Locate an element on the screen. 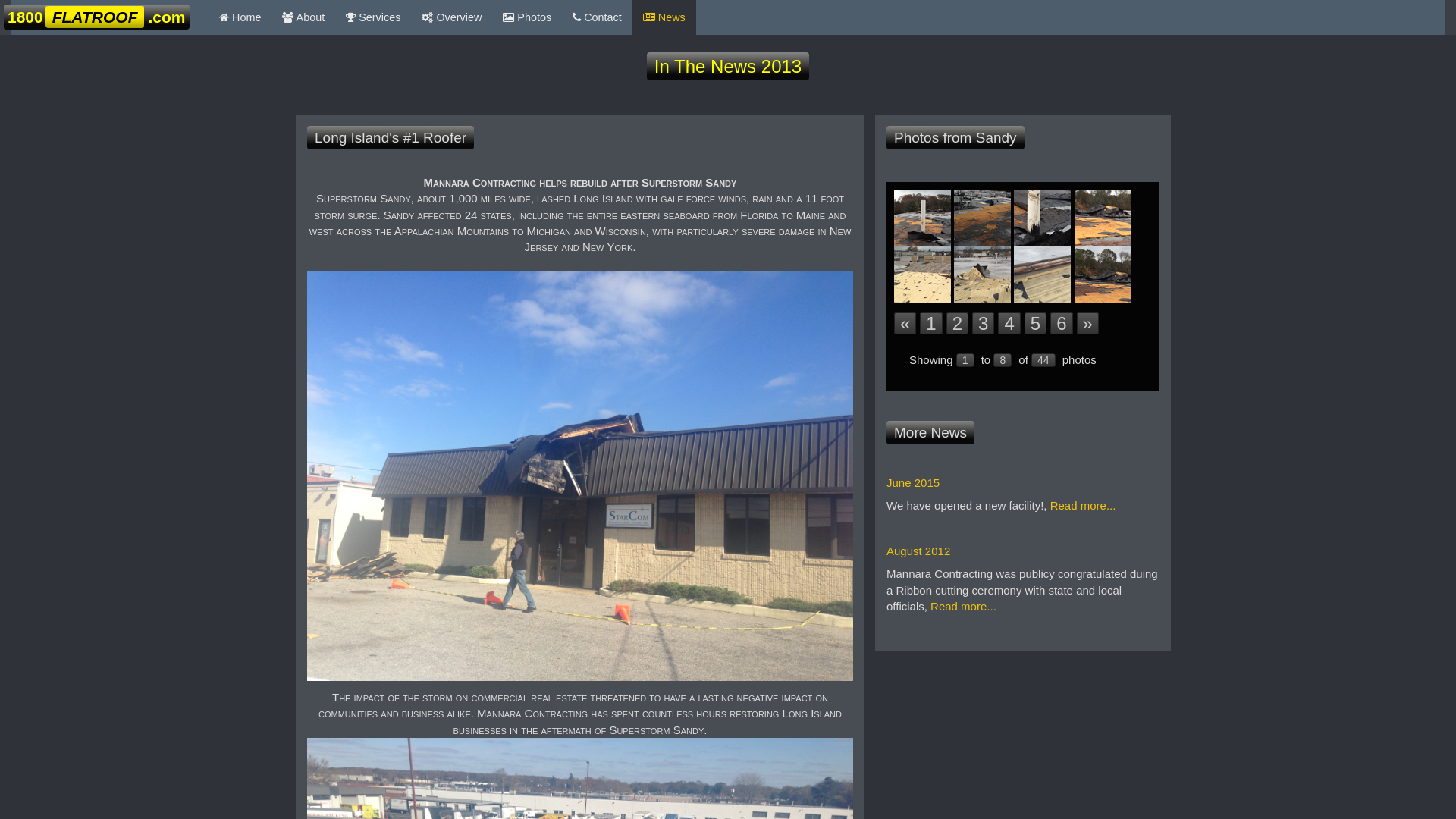 This screenshot has height=819, width=1456. ' Services' is located at coordinates (372, 17).